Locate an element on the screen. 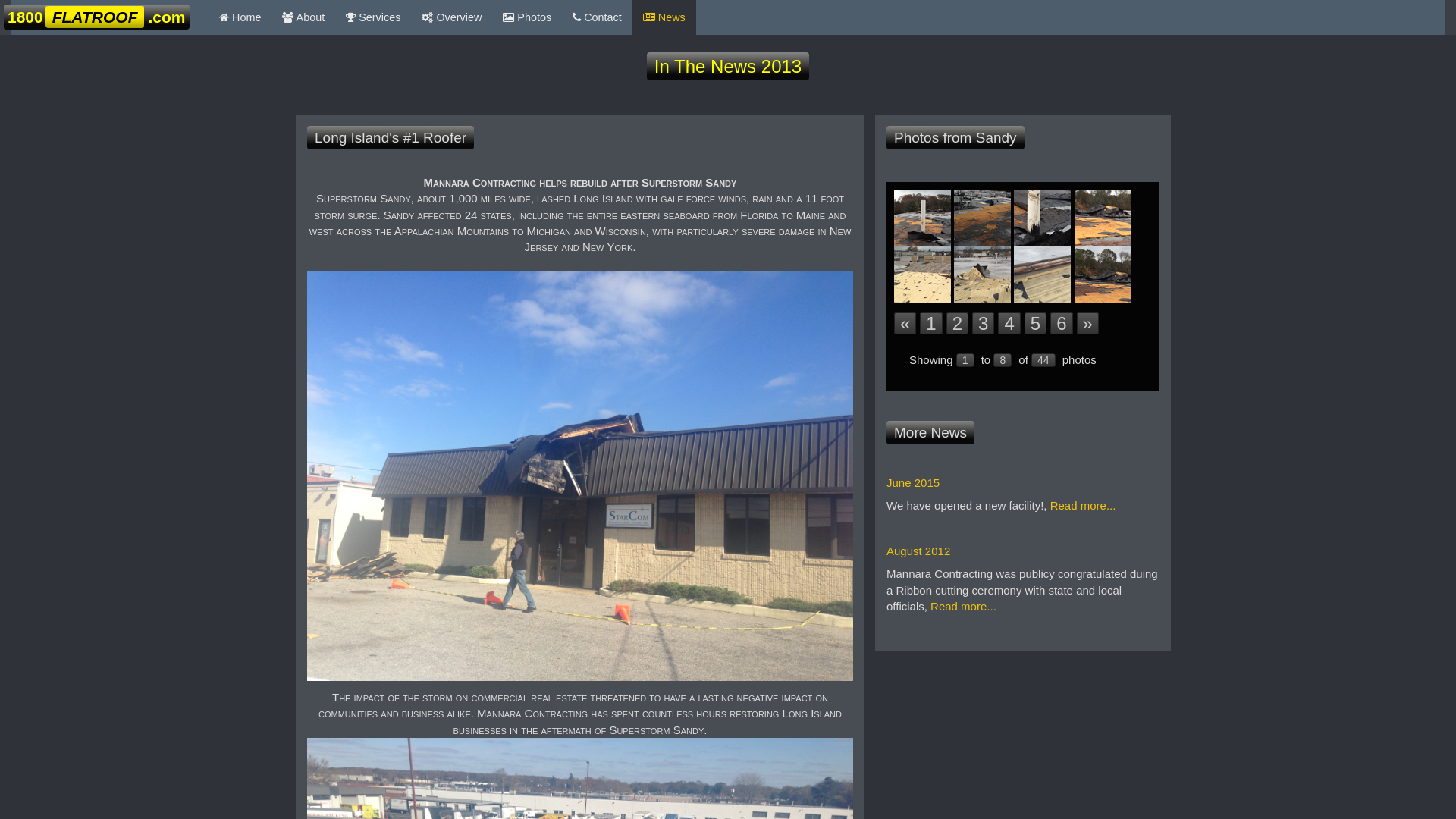 This screenshot has height=819, width=1456. ' Services' is located at coordinates (372, 17).